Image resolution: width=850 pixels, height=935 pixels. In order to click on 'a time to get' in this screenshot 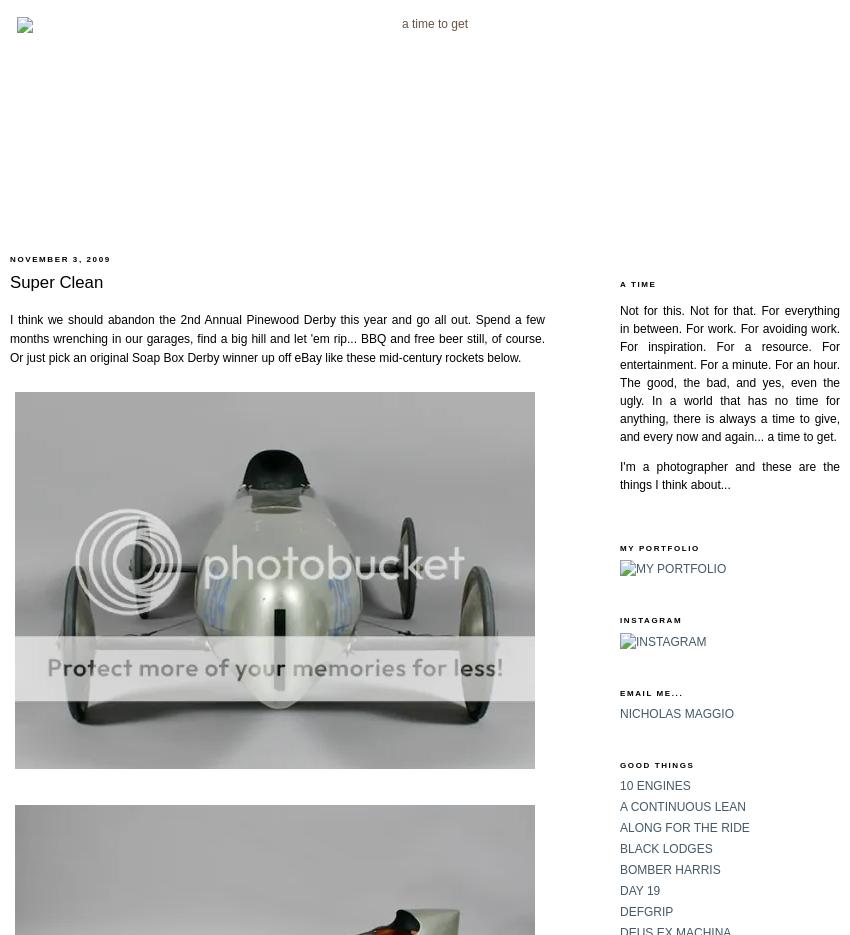, I will do `click(797, 436)`.